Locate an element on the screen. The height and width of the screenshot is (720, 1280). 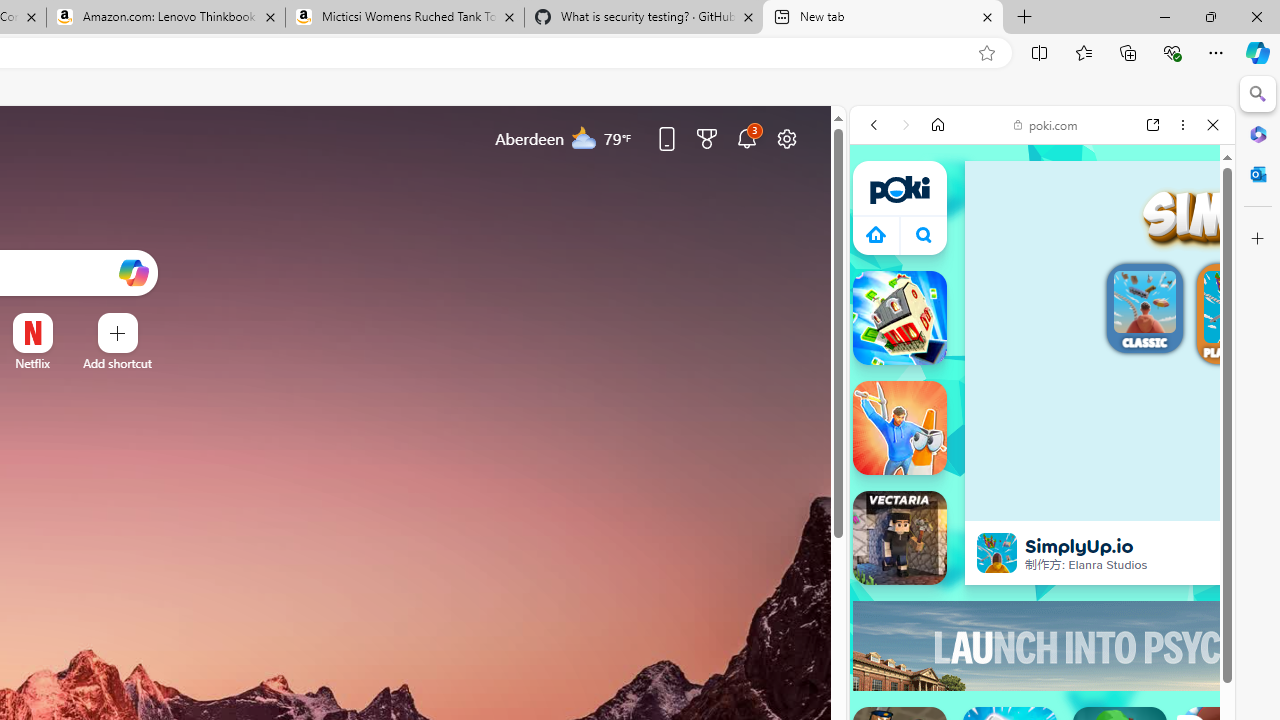
'Class: B_5ykBA46kDOxiz_R9wm' is located at coordinates (923, 234).